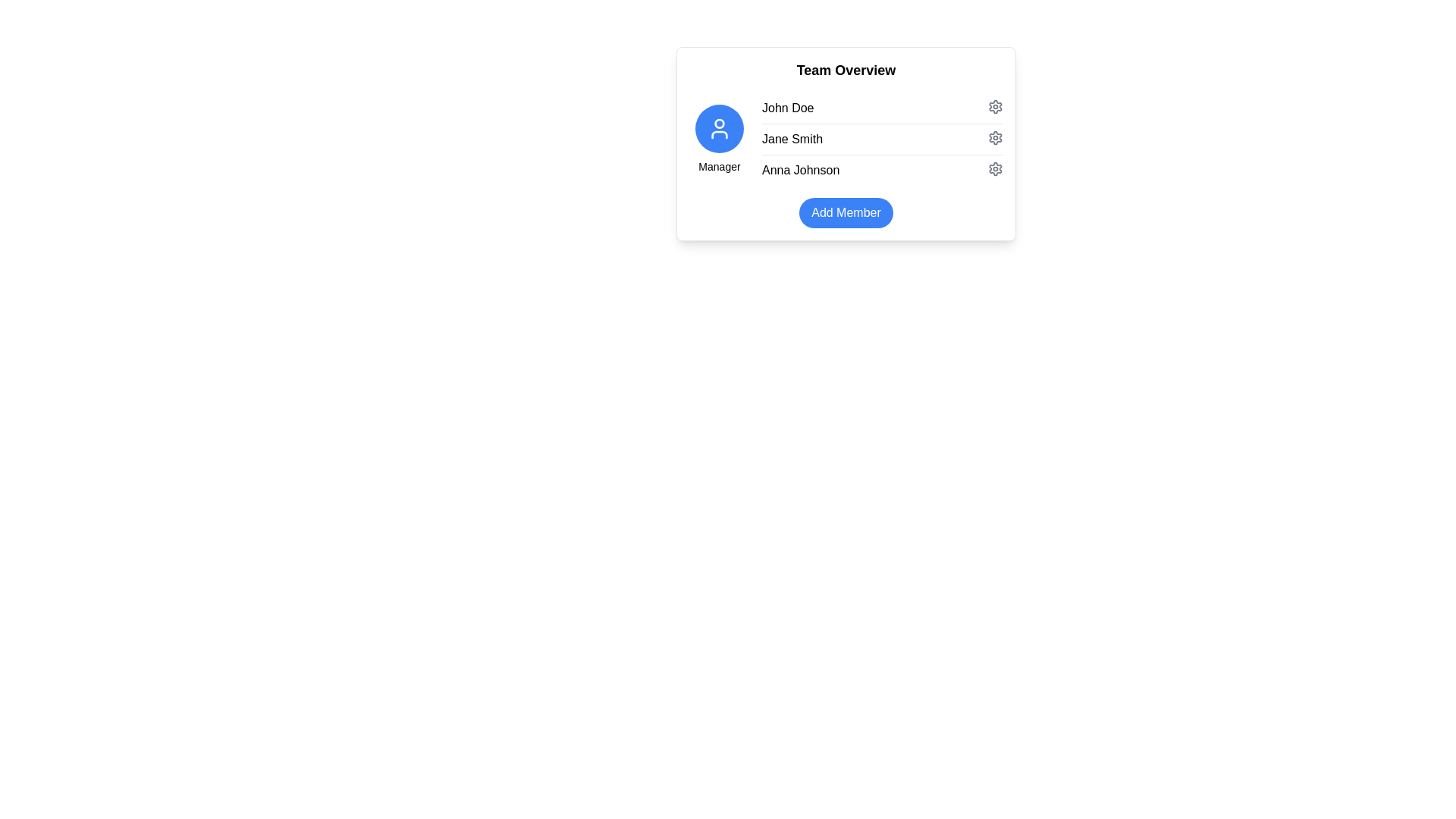 The width and height of the screenshot is (1456, 819). I want to click on the gear-shaped icon in the 'Team Overview' section adjacent to 'Jane Smith', so click(996, 137).